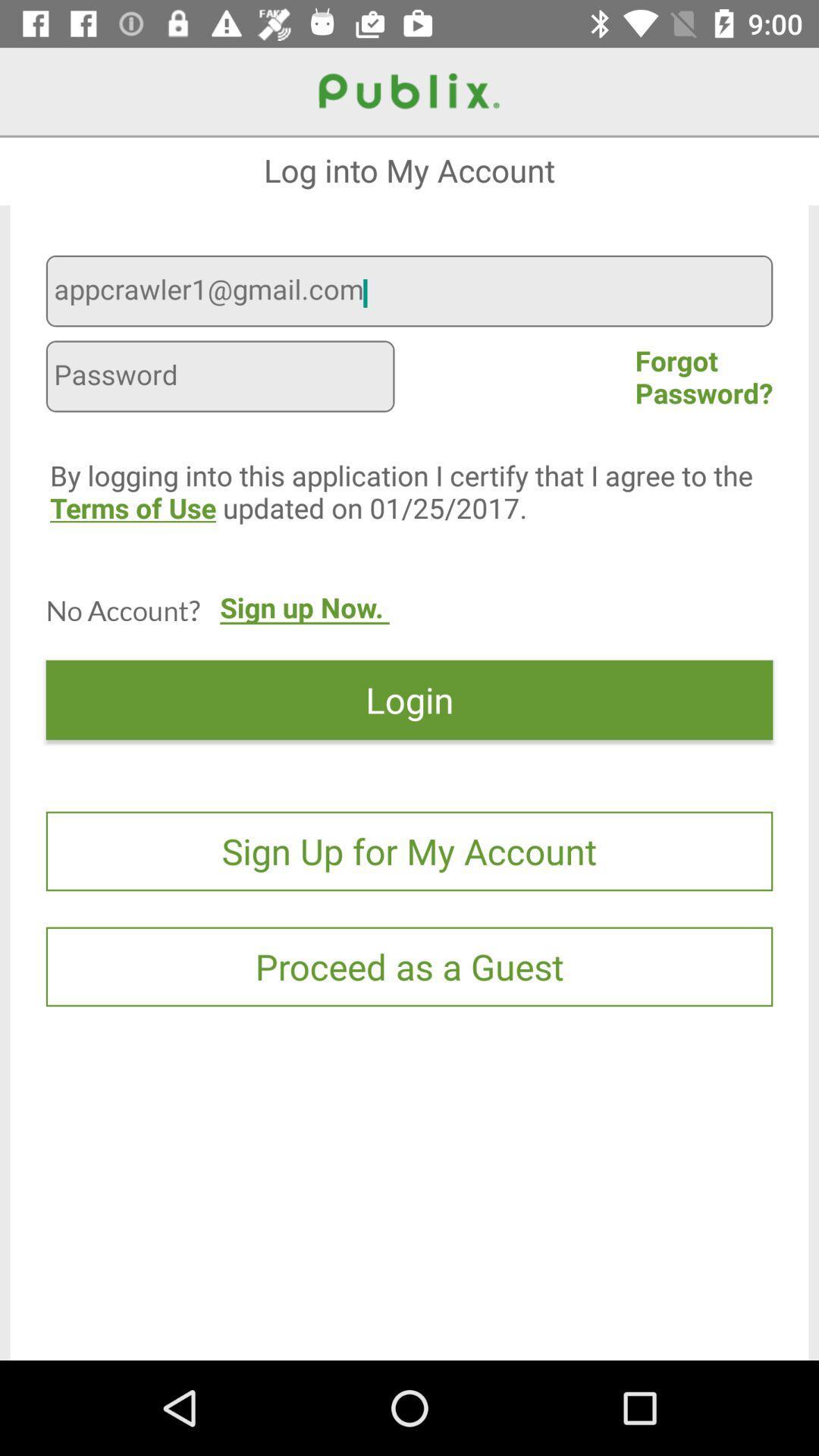 Image resolution: width=819 pixels, height=1456 pixels. Describe the element at coordinates (122, 610) in the screenshot. I see `icon next to the sign up now. icon` at that location.